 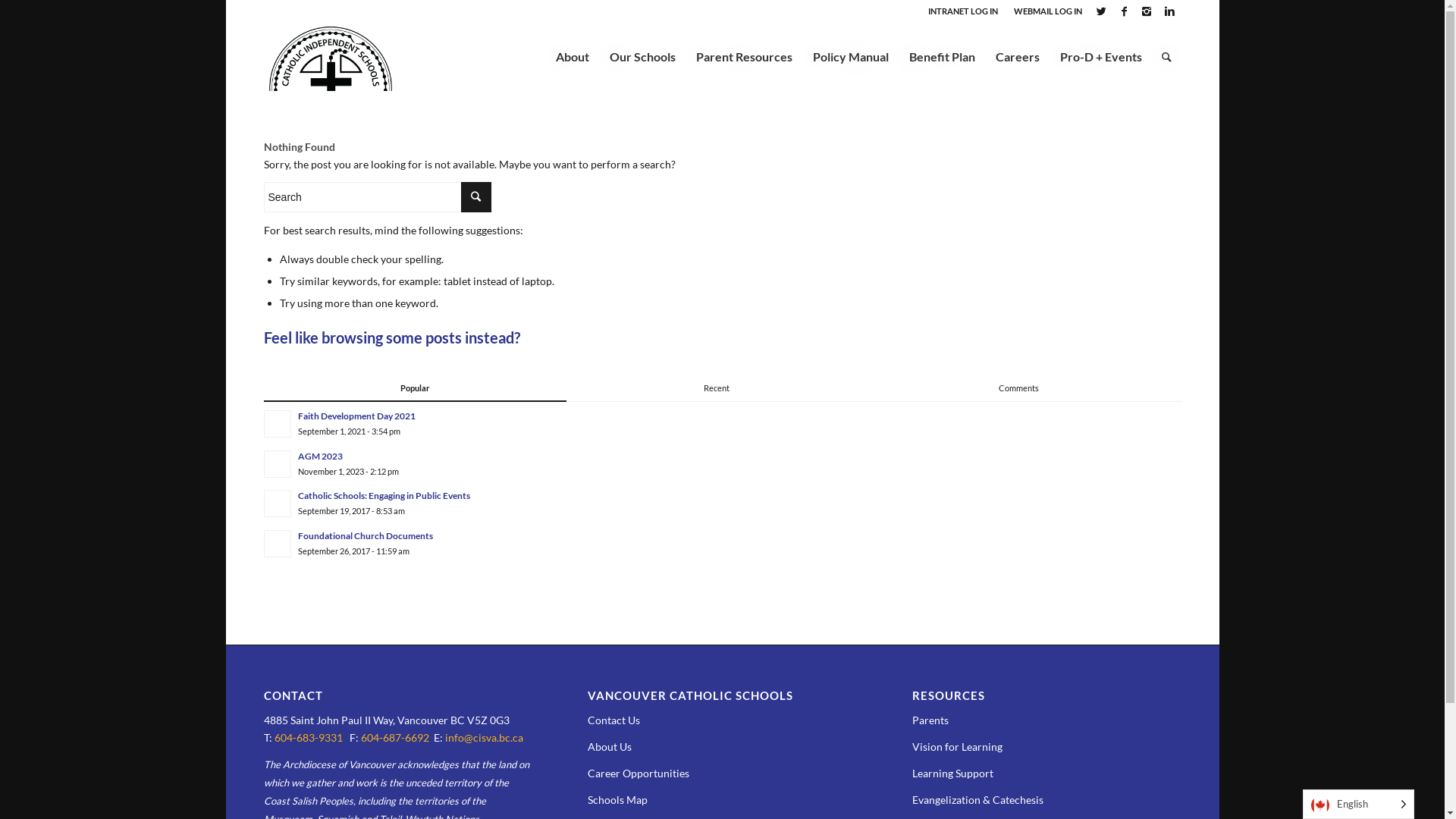 I want to click on 'Home', so click(x=263, y=91).